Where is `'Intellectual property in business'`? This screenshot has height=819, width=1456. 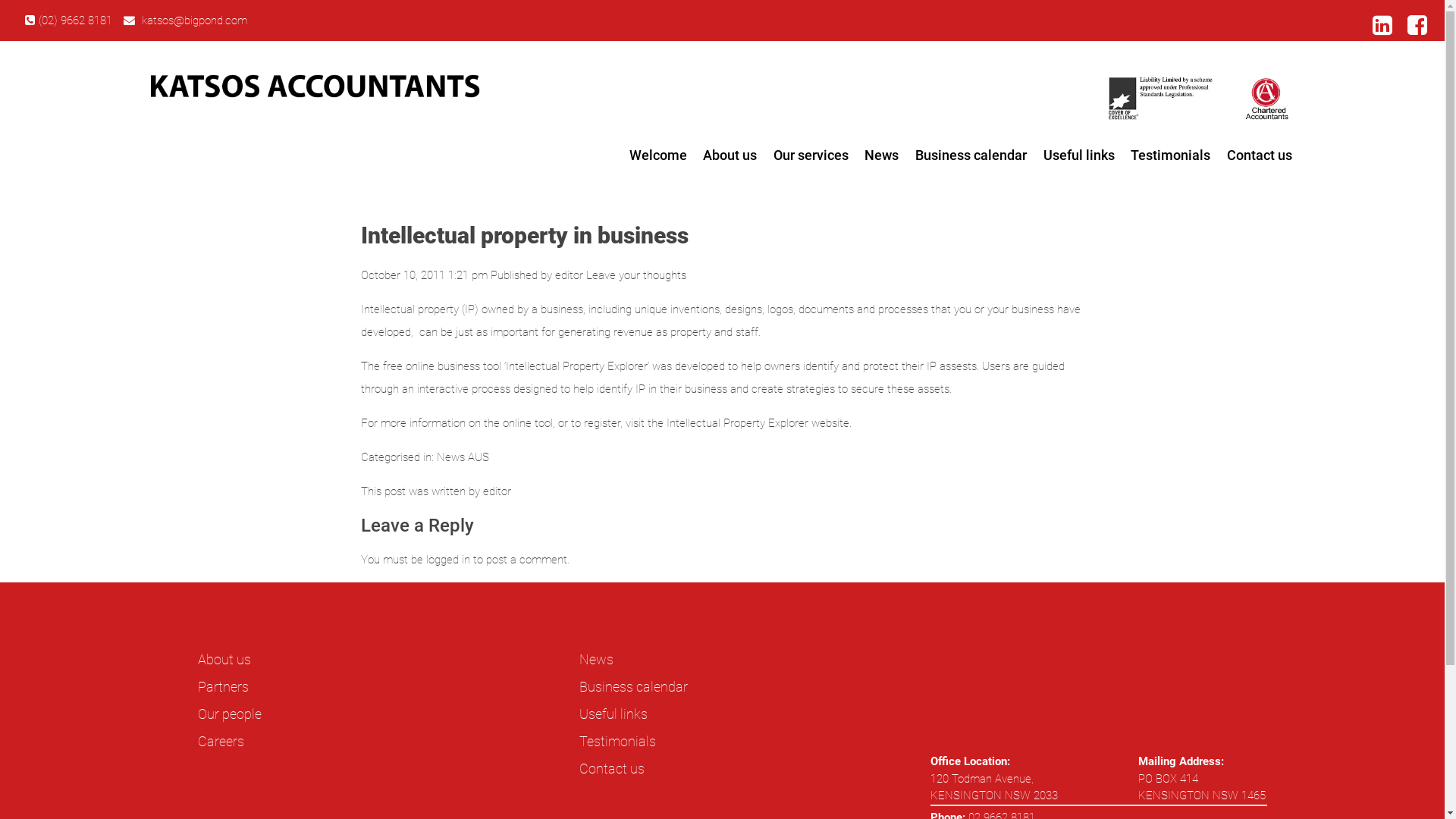 'Intellectual property in business' is located at coordinates (524, 235).